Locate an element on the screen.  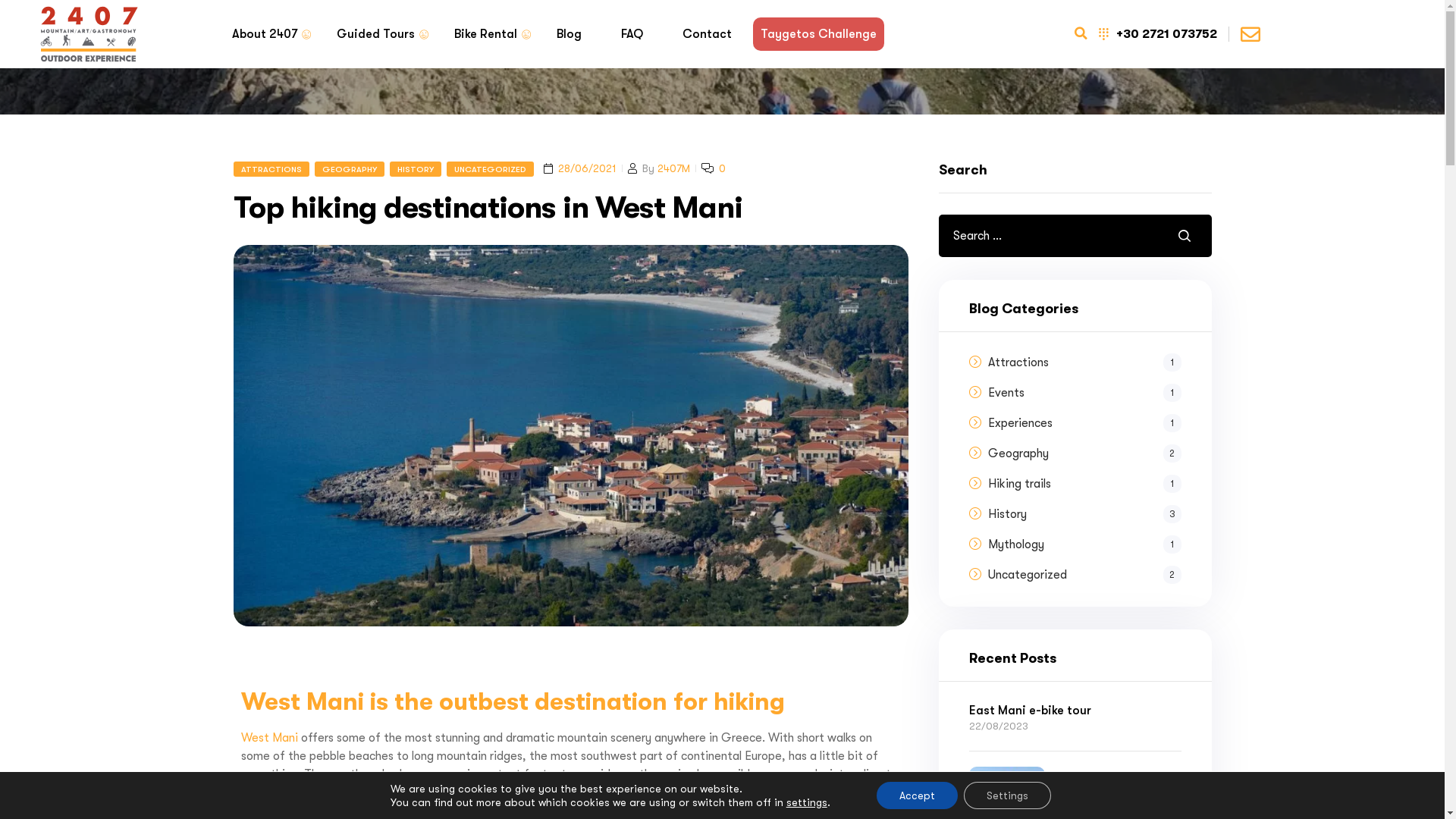
'History is located at coordinates (1084, 513).